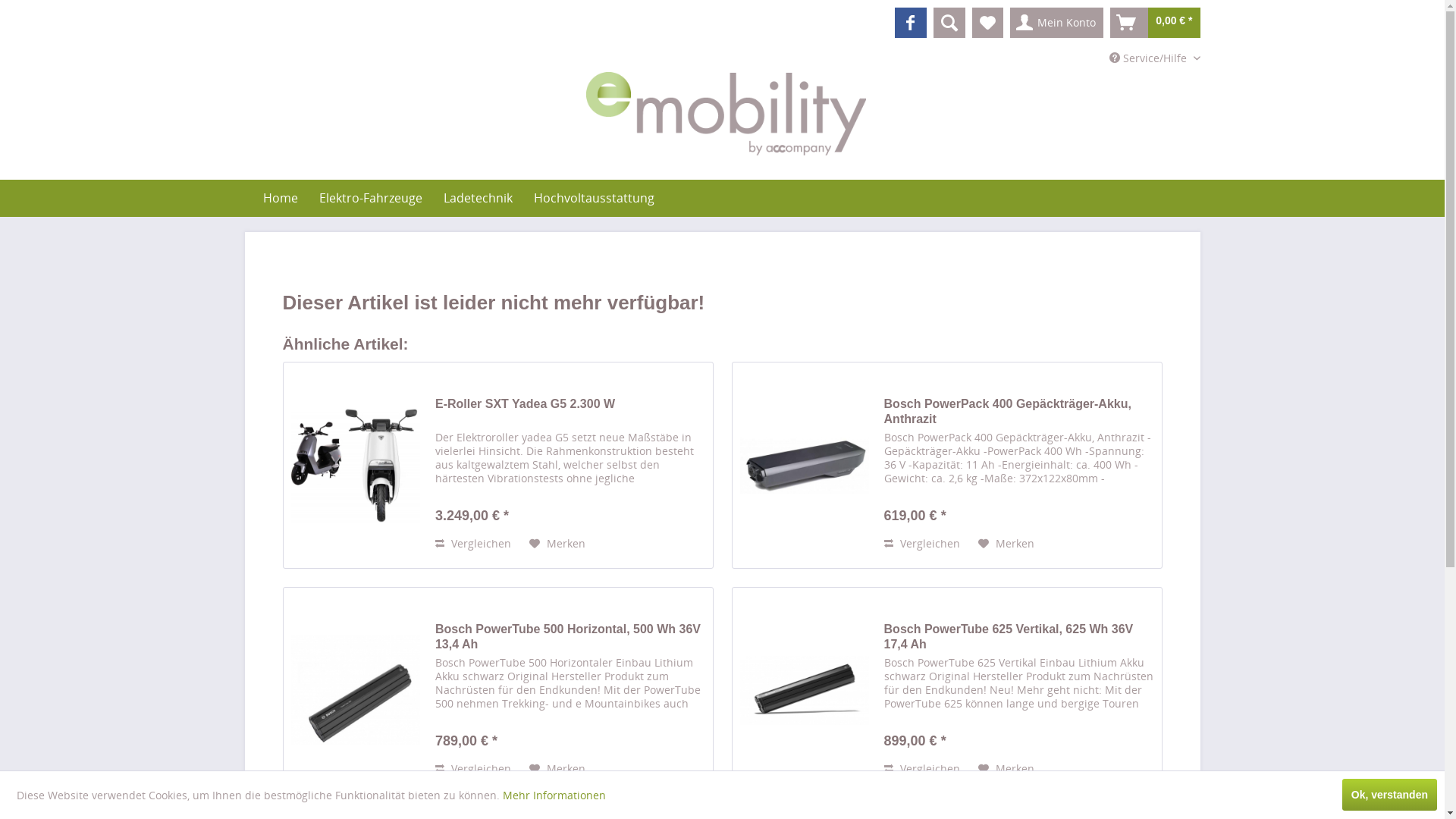 The height and width of the screenshot is (819, 1456). I want to click on 'Mehr Informationen', so click(553, 794).